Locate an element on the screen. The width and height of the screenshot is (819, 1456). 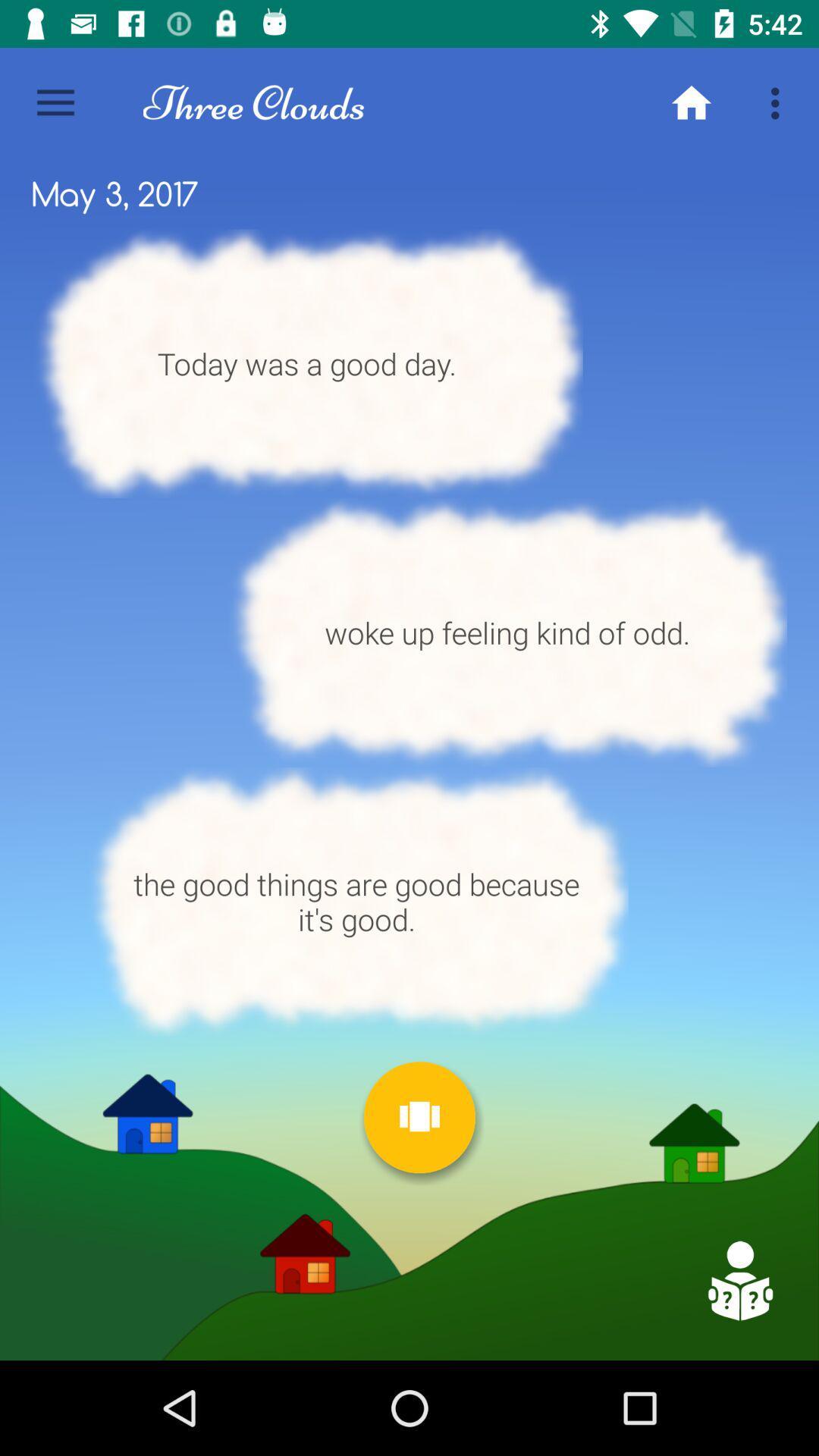
explore the content is located at coordinates (739, 1280).